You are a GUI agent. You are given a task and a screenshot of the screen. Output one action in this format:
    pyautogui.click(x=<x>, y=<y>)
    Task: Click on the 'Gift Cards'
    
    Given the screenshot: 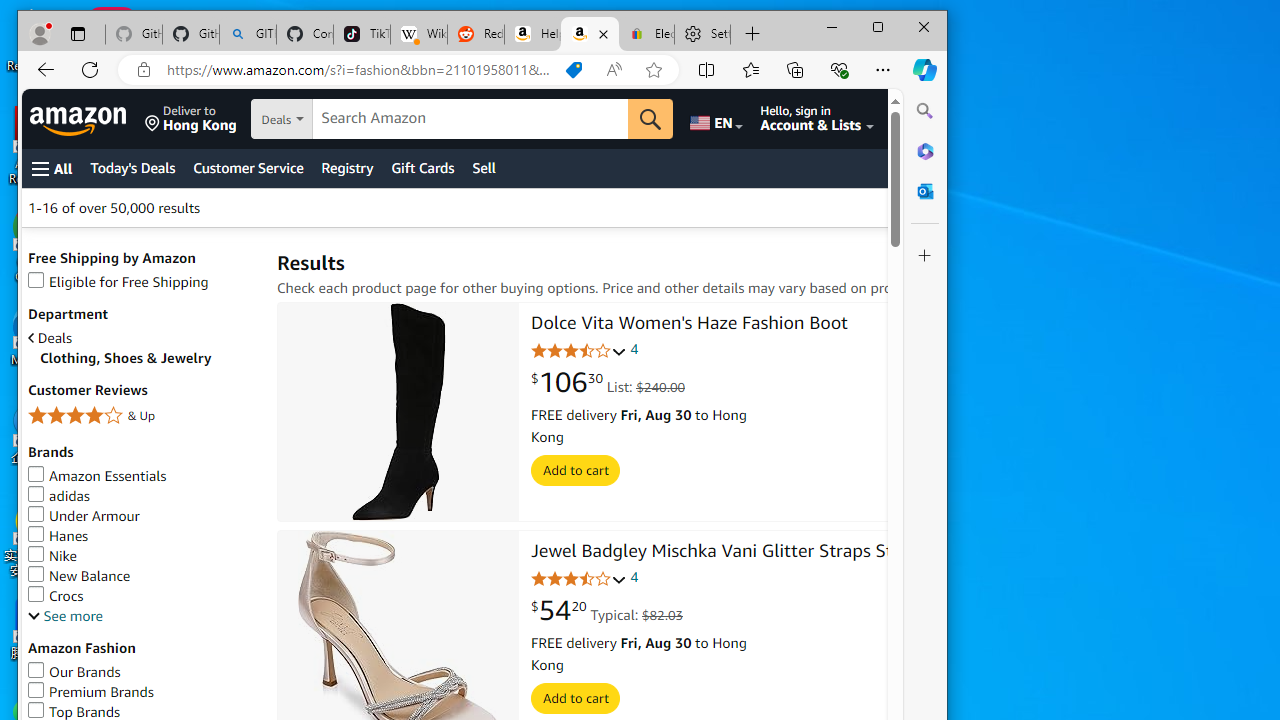 What is the action you would take?
    pyautogui.click(x=421, y=167)
    